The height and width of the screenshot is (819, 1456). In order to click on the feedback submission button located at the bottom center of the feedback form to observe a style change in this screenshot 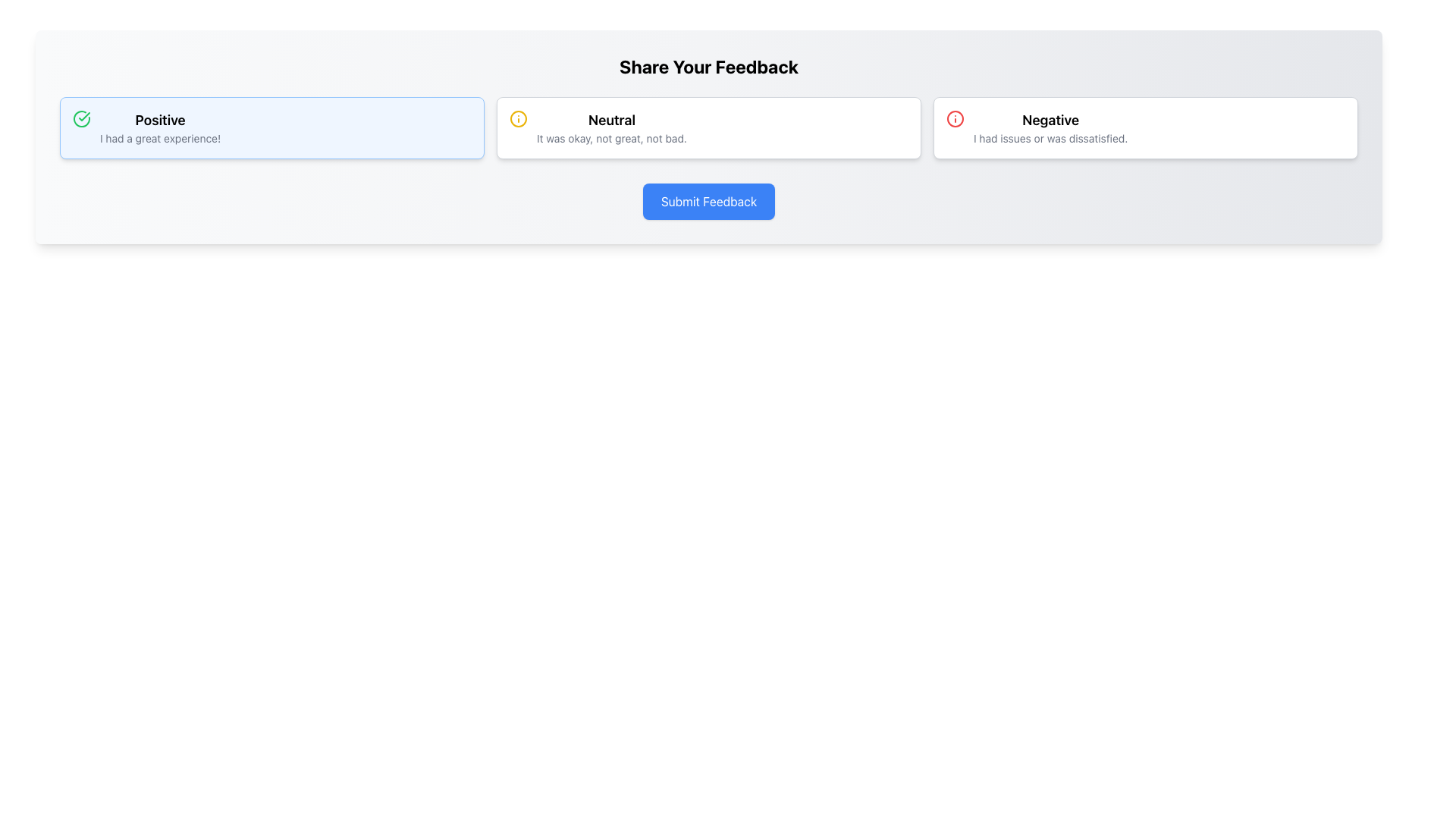, I will do `click(708, 201)`.